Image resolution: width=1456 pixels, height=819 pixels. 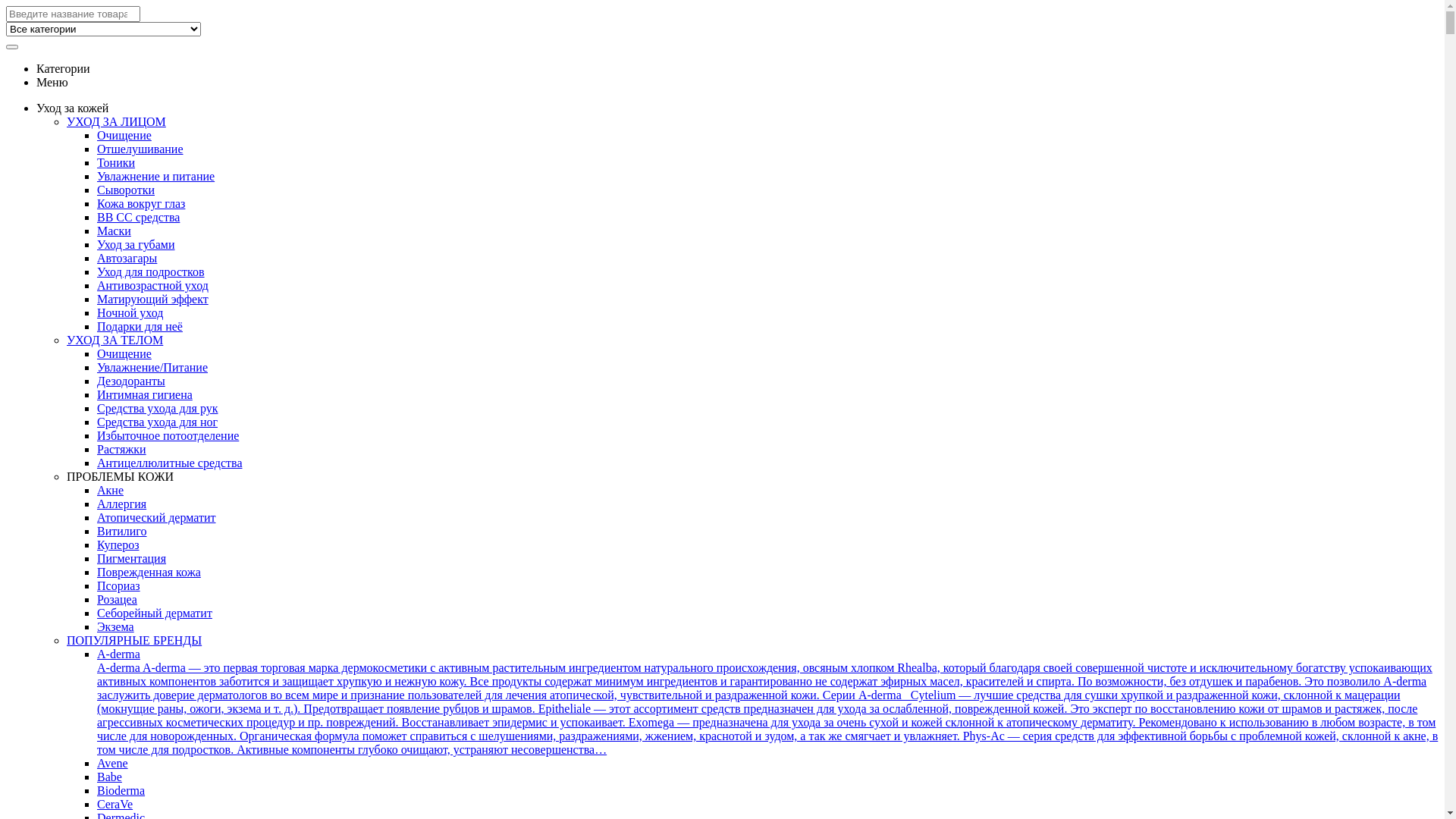 What do you see at coordinates (111, 763) in the screenshot?
I see `'Avene'` at bounding box center [111, 763].